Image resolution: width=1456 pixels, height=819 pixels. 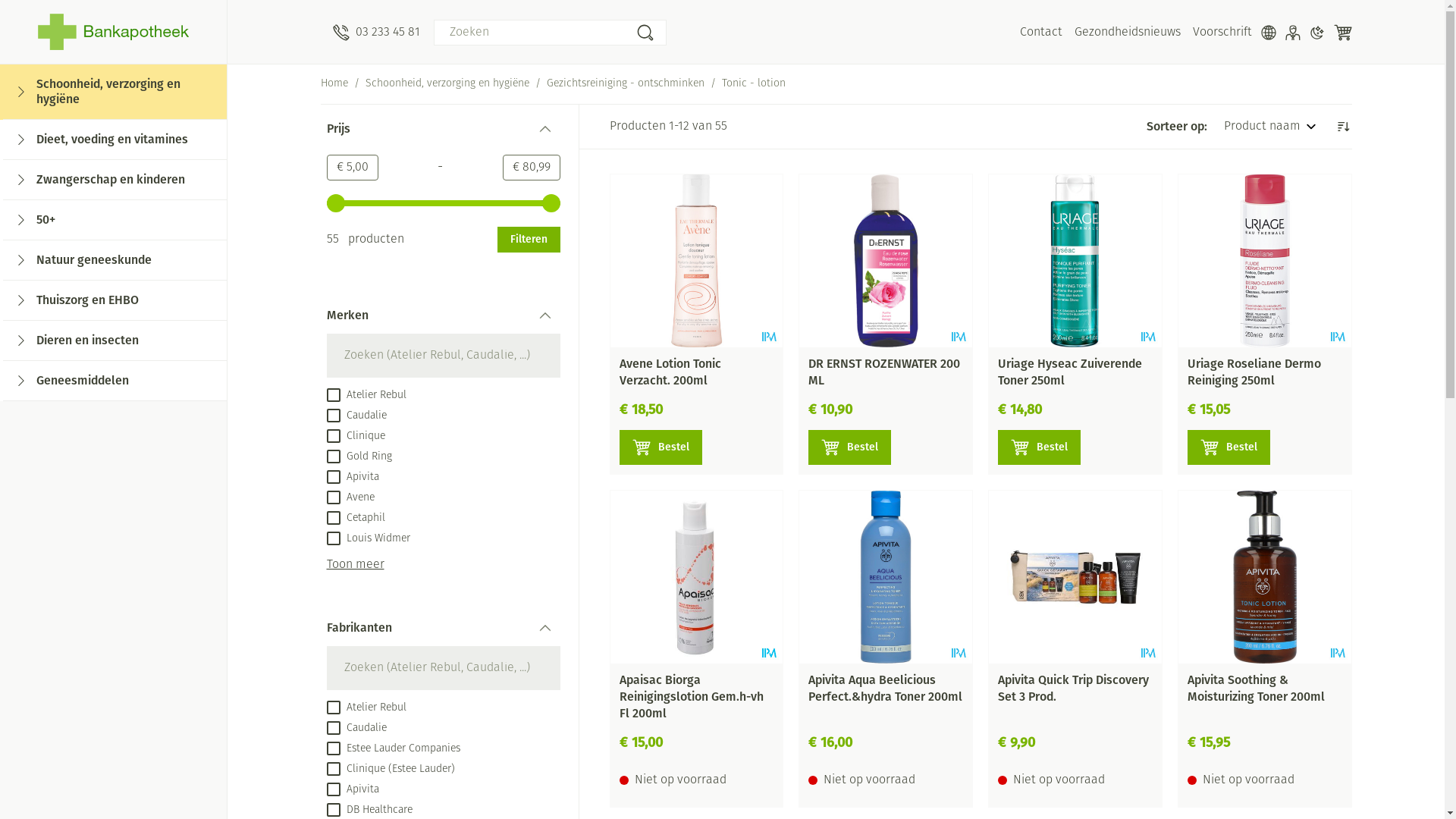 I want to click on 'on', so click(x=331, y=809).